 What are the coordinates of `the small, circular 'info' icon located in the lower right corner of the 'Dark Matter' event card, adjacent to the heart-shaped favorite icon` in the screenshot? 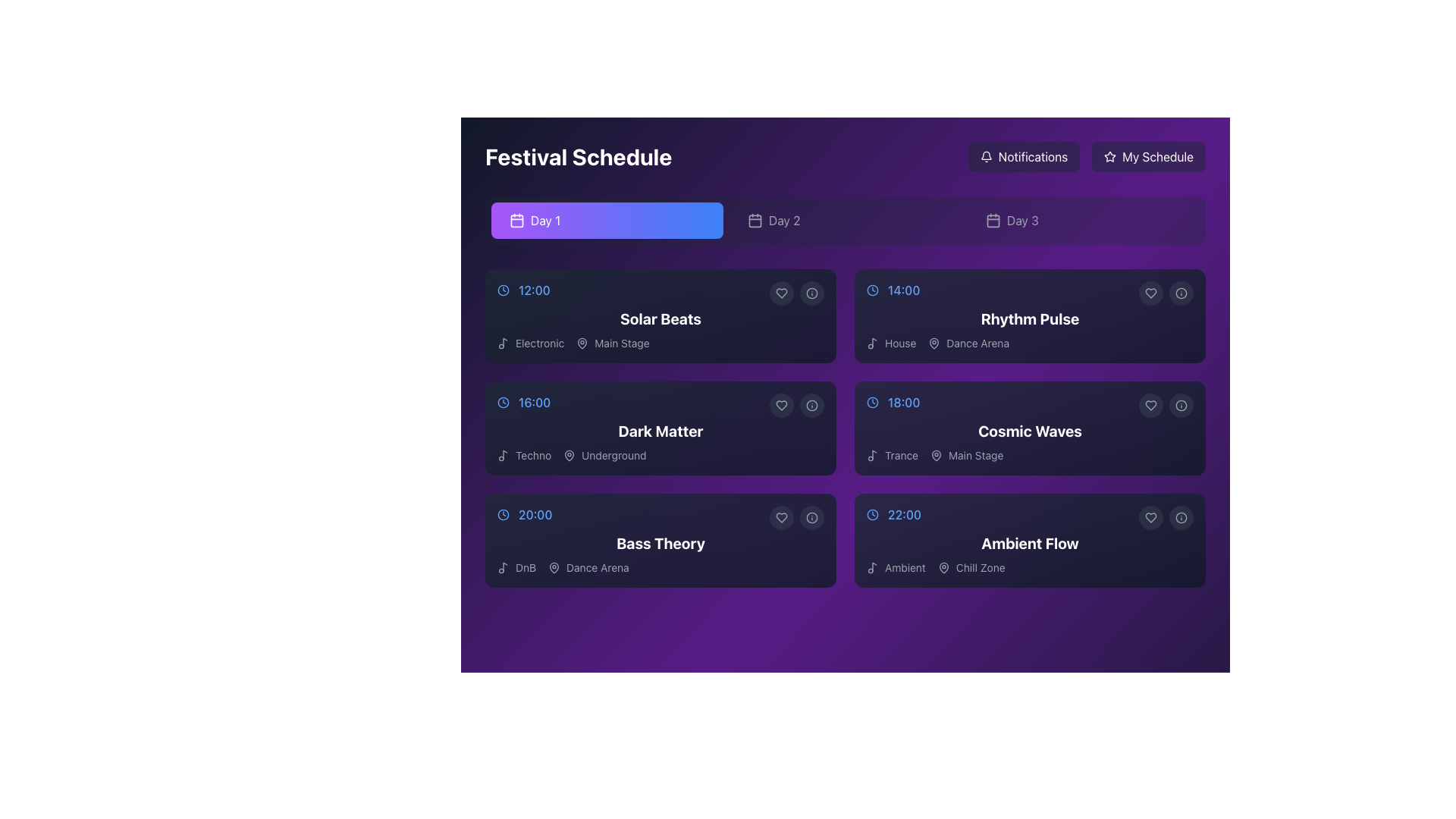 It's located at (811, 405).